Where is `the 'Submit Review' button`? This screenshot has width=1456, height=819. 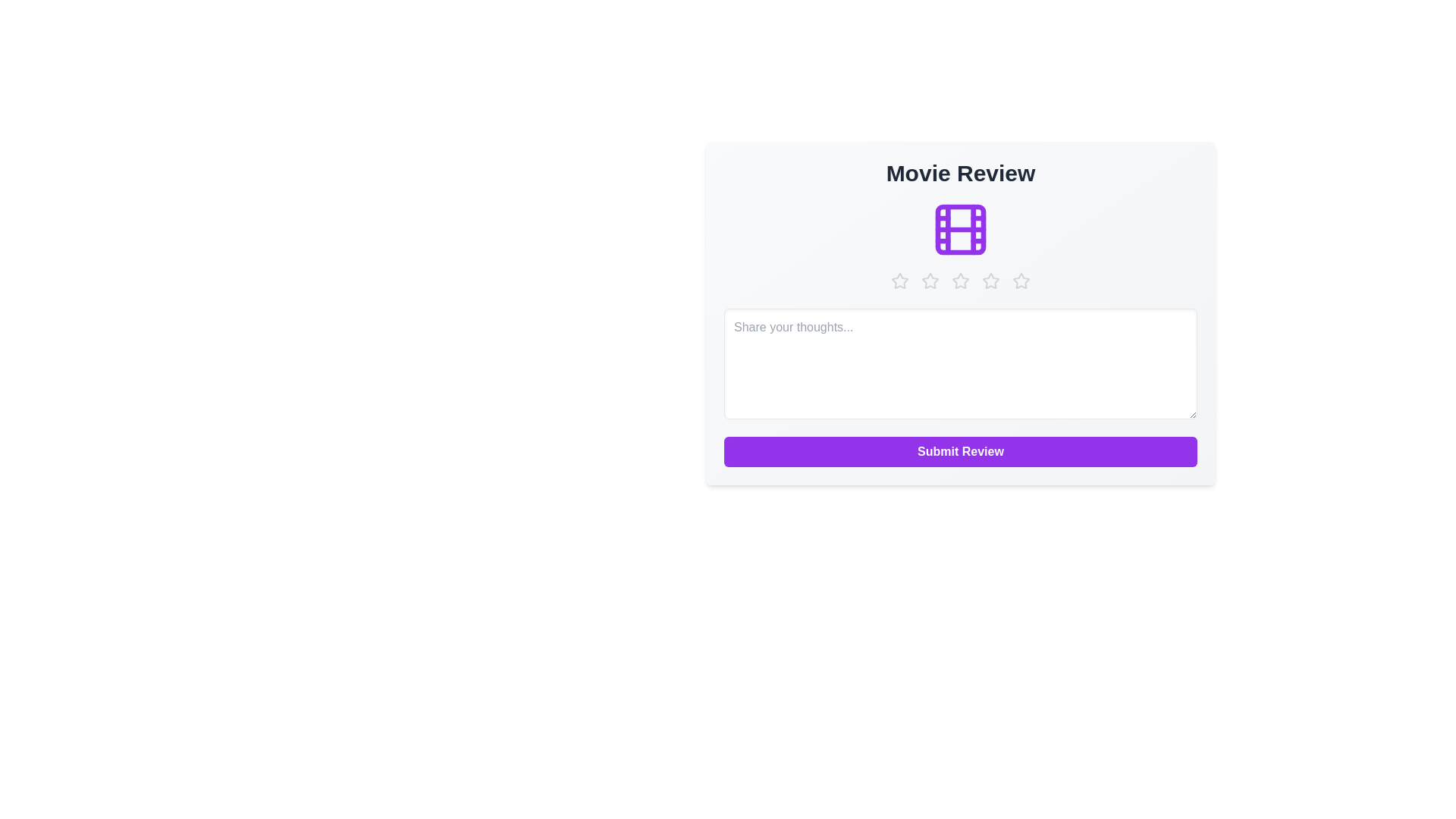
the 'Submit Review' button is located at coordinates (960, 451).